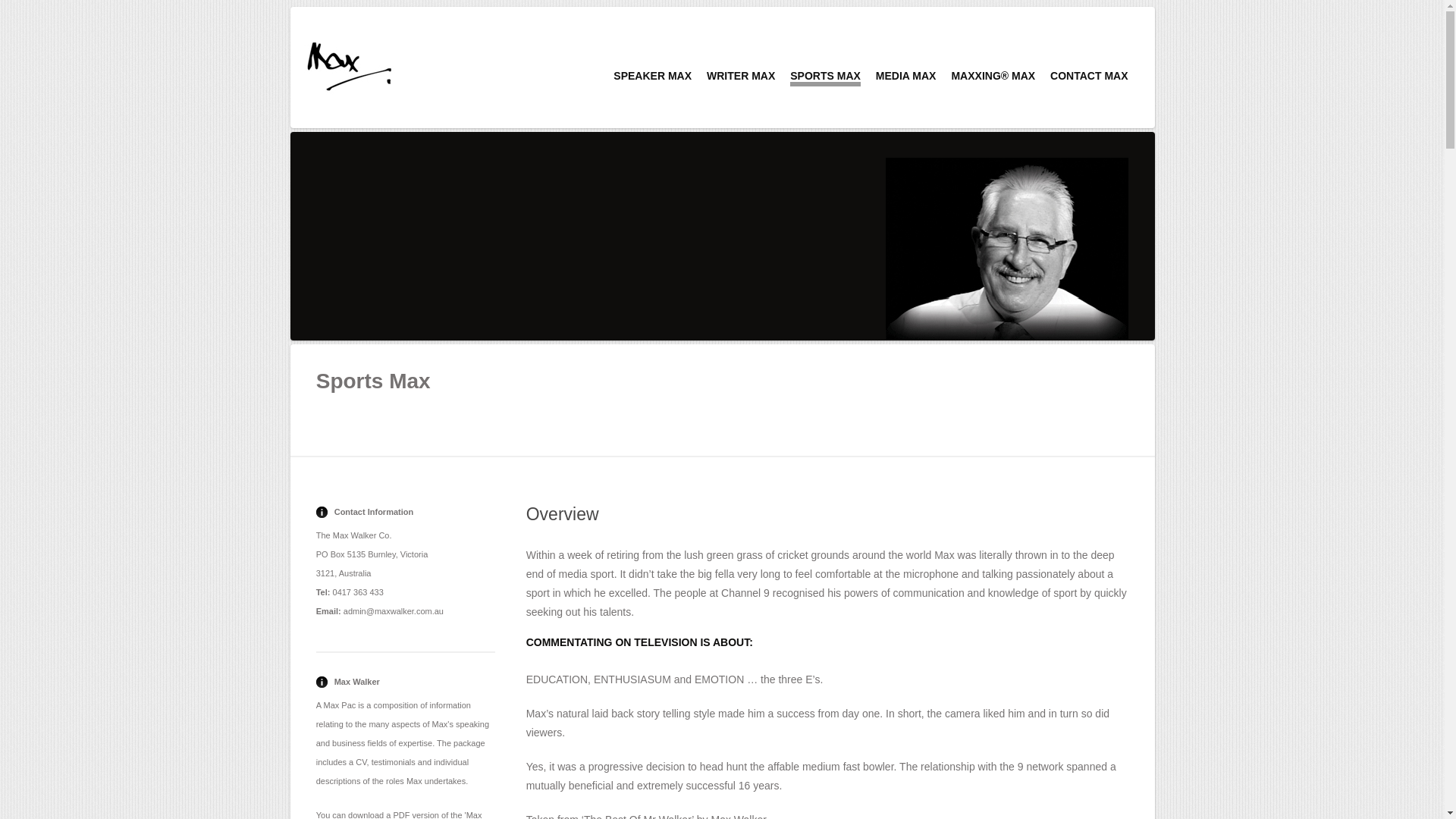 Image resolution: width=1456 pixels, height=819 pixels. What do you see at coordinates (789, 78) in the screenshot?
I see `'SPORTS MAX'` at bounding box center [789, 78].